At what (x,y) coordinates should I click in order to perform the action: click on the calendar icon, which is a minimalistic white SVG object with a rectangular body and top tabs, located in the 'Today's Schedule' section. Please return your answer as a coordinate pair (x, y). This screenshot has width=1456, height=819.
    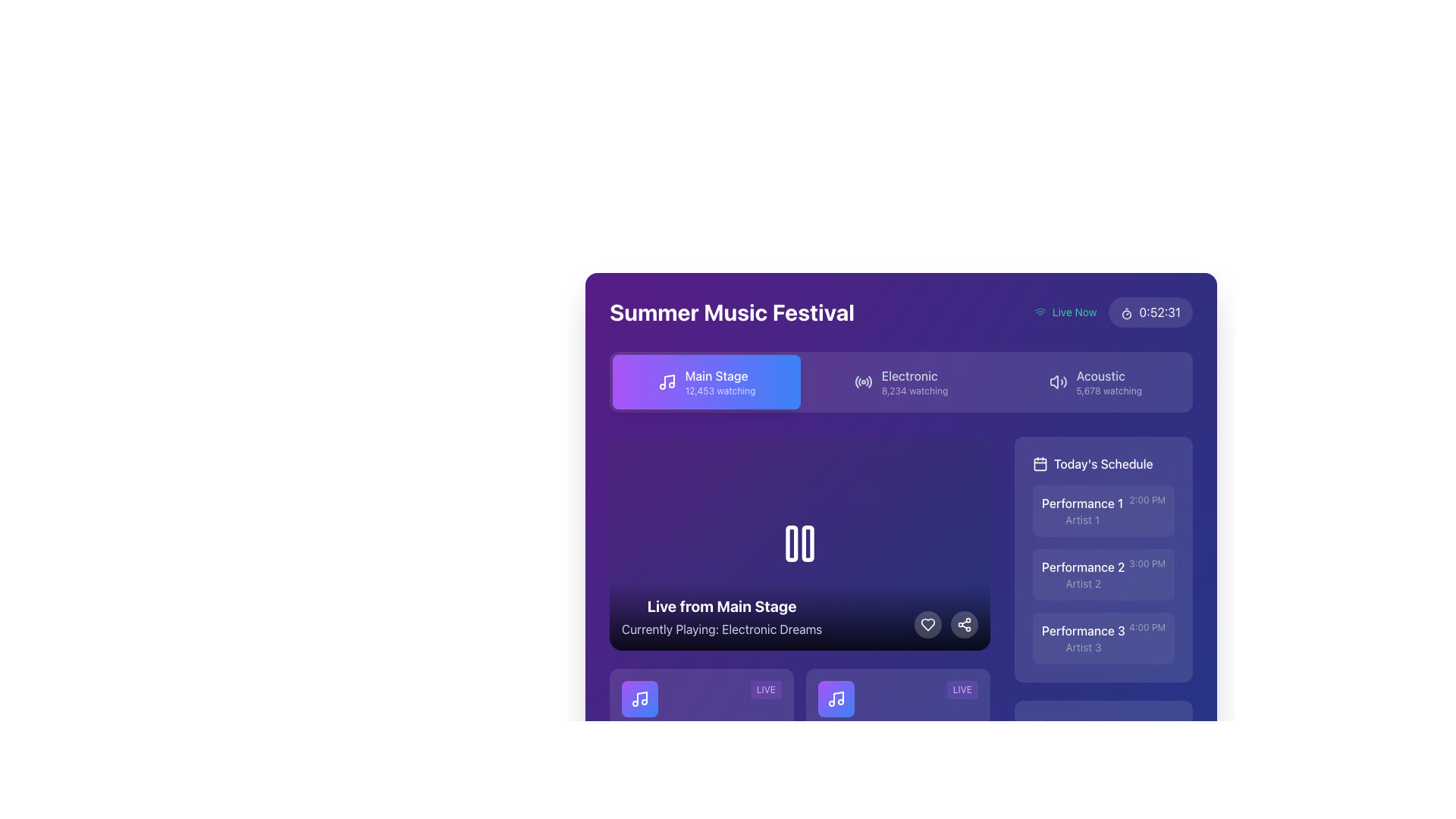
    Looking at the image, I should click on (1040, 463).